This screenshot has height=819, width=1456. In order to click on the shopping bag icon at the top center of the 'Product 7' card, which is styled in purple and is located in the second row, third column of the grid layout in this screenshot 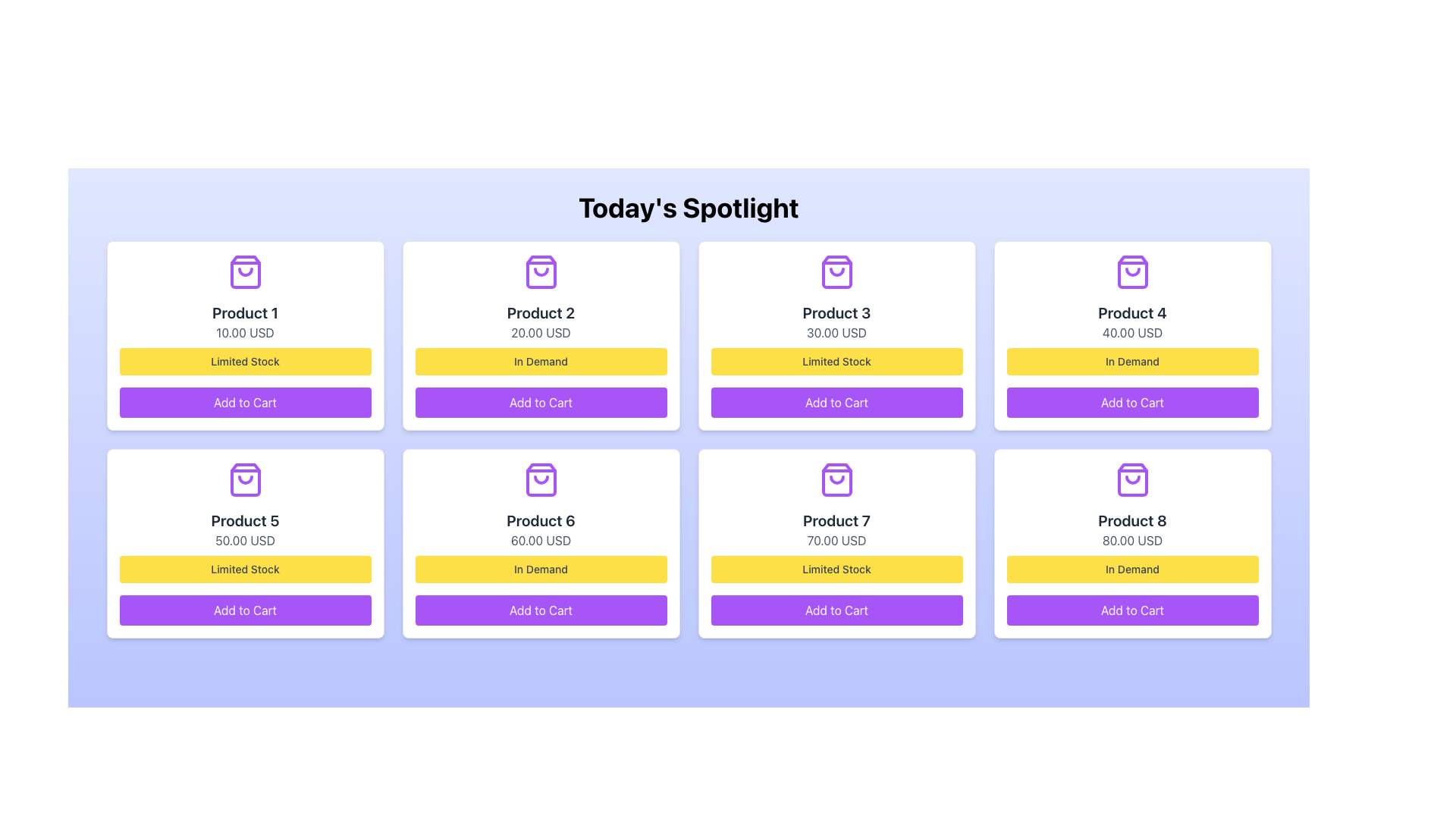, I will do `click(836, 479)`.